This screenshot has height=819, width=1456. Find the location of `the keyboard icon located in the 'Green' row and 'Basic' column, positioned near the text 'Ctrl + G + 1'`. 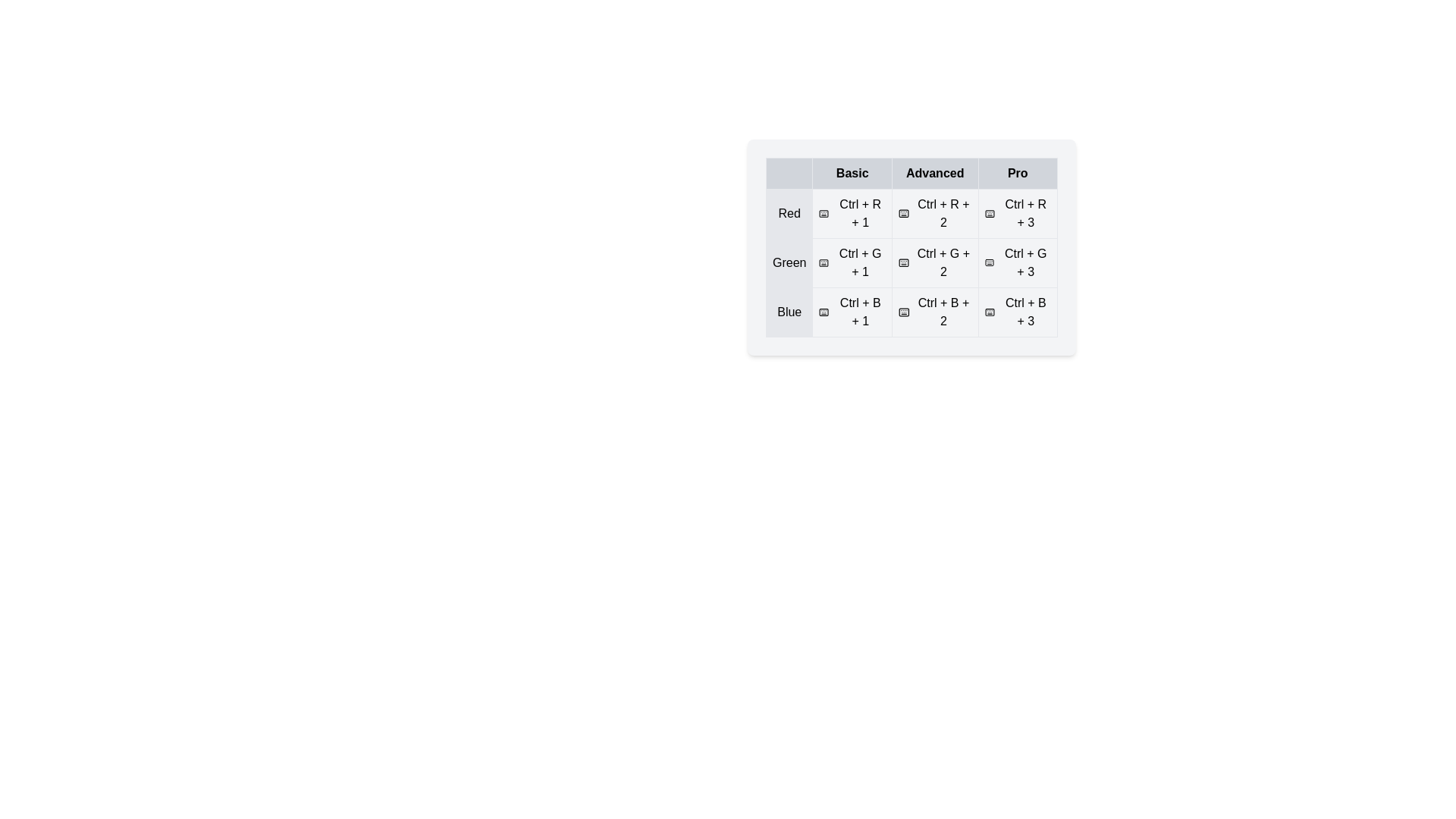

the keyboard icon located in the 'Green' row and 'Basic' column, positioned near the text 'Ctrl + G + 1' is located at coordinates (823, 262).